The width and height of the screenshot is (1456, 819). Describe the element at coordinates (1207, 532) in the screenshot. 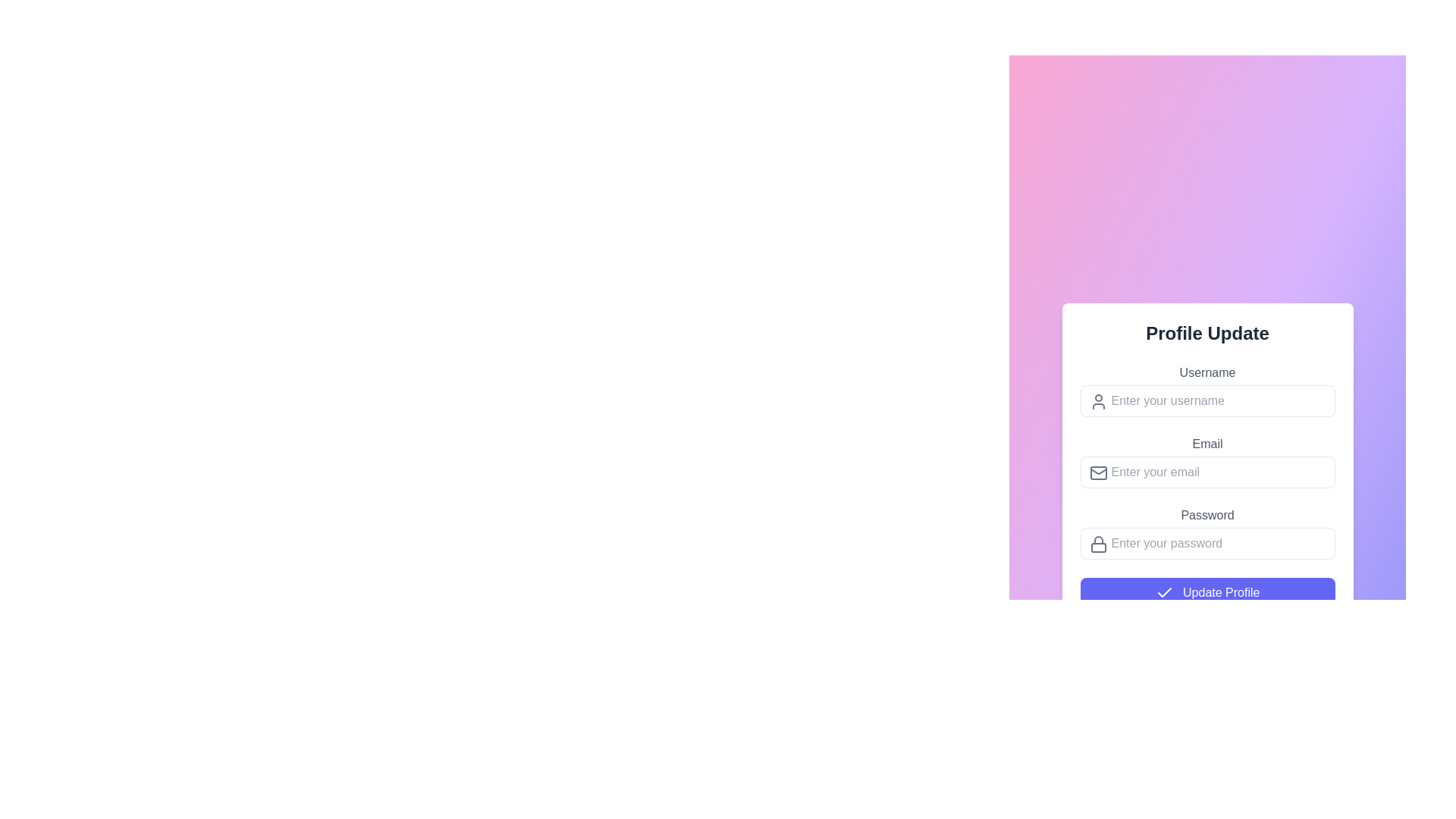

I see `the Password Input Field located within the 'Profile Update' form` at that location.